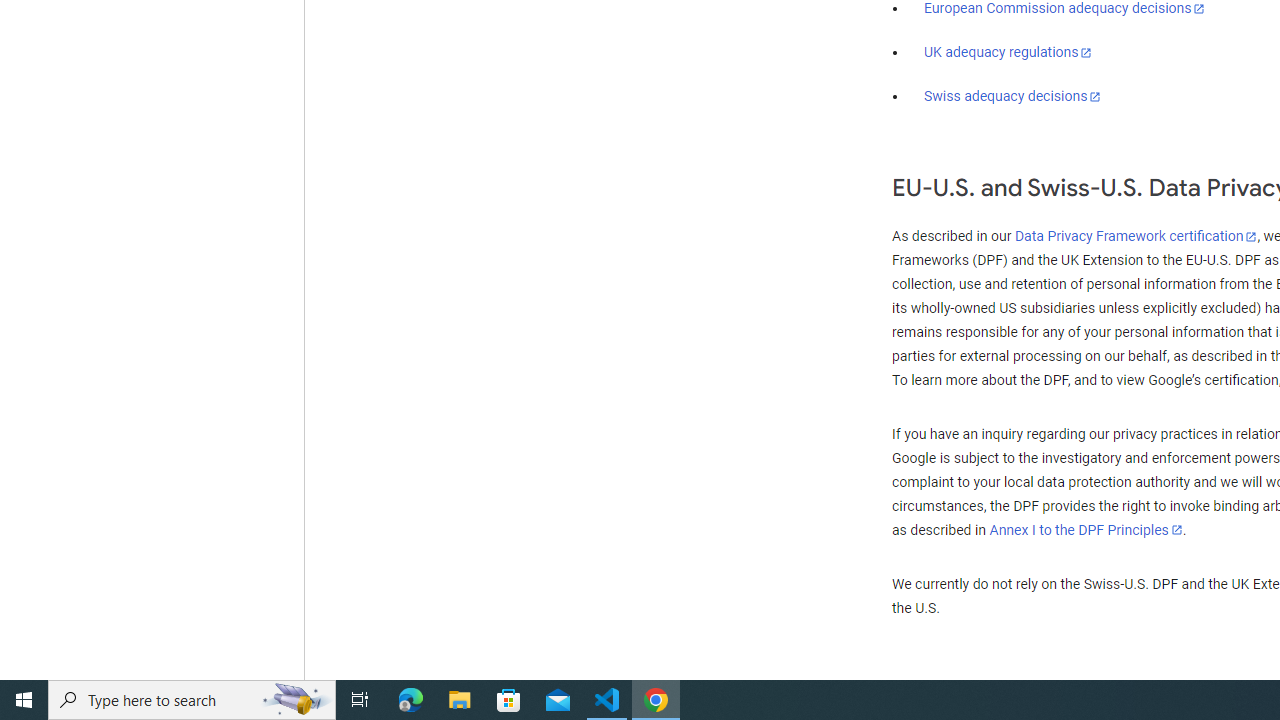 The width and height of the screenshot is (1280, 720). Describe the element at coordinates (1063, 9) in the screenshot. I see `'European Commission adequacy decisions'` at that location.